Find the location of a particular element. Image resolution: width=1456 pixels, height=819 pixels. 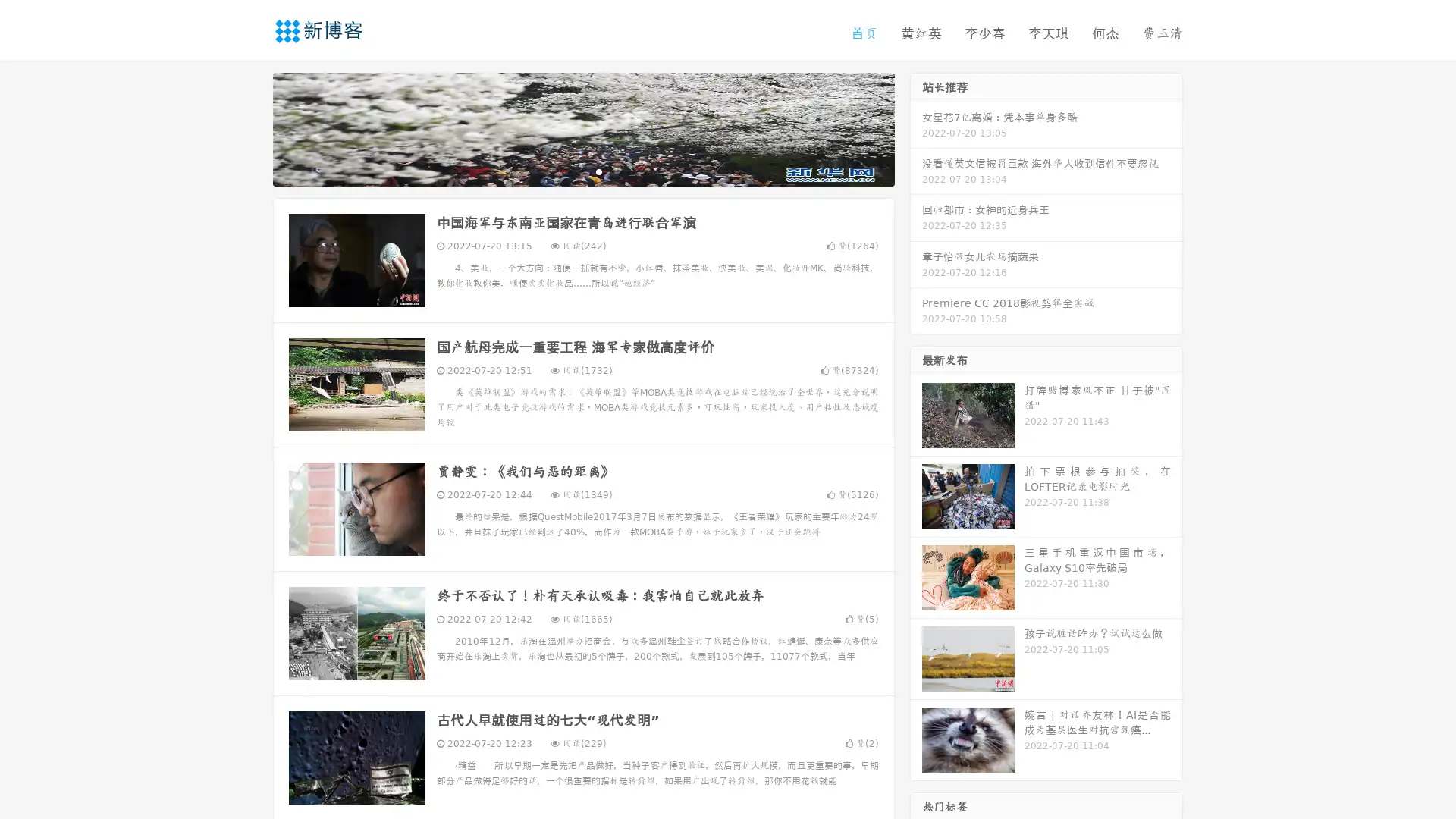

Next slide is located at coordinates (916, 127).